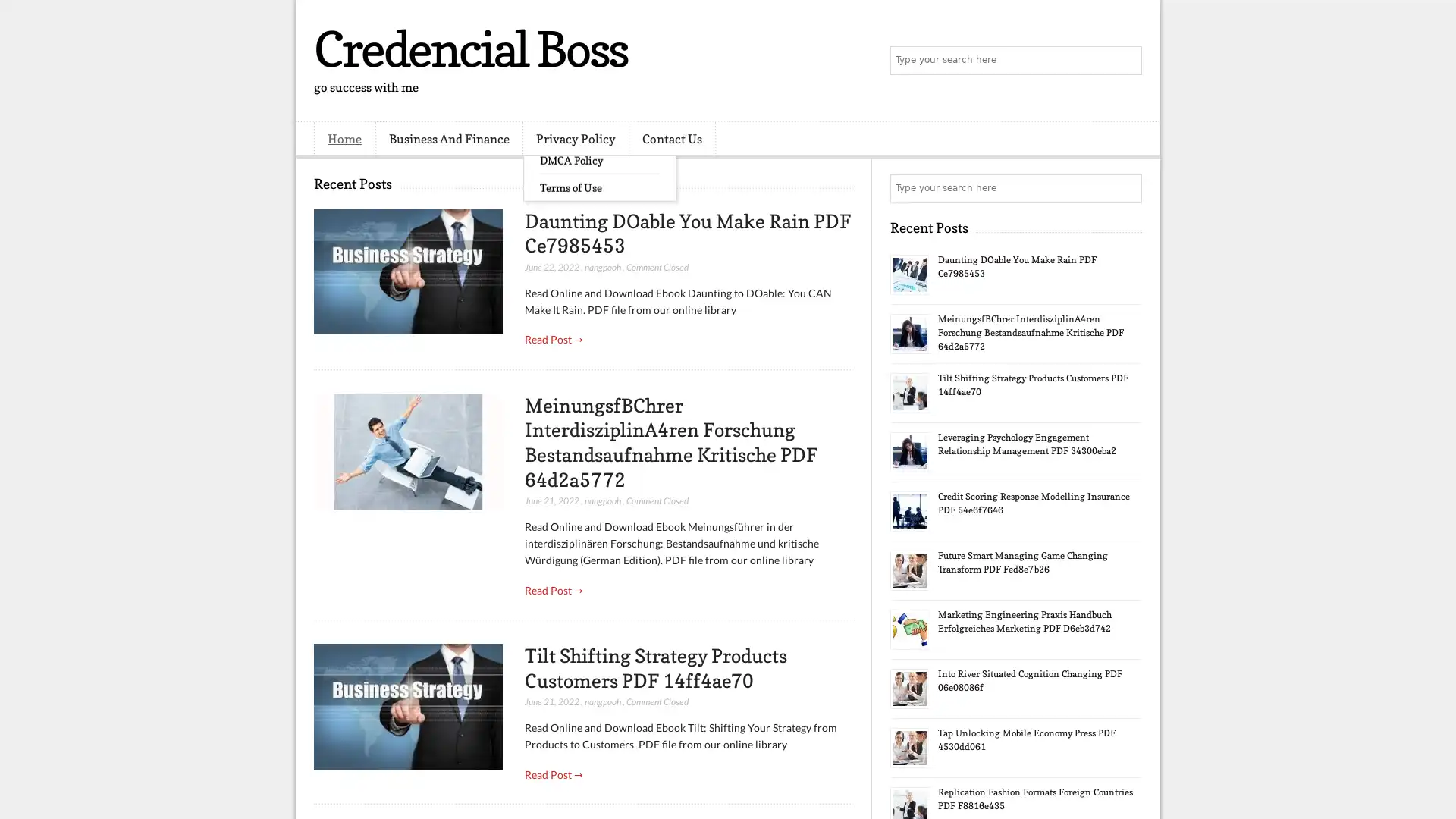  Describe the element at coordinates (1126, 61) in the screenshot. I see `Search` at that location.